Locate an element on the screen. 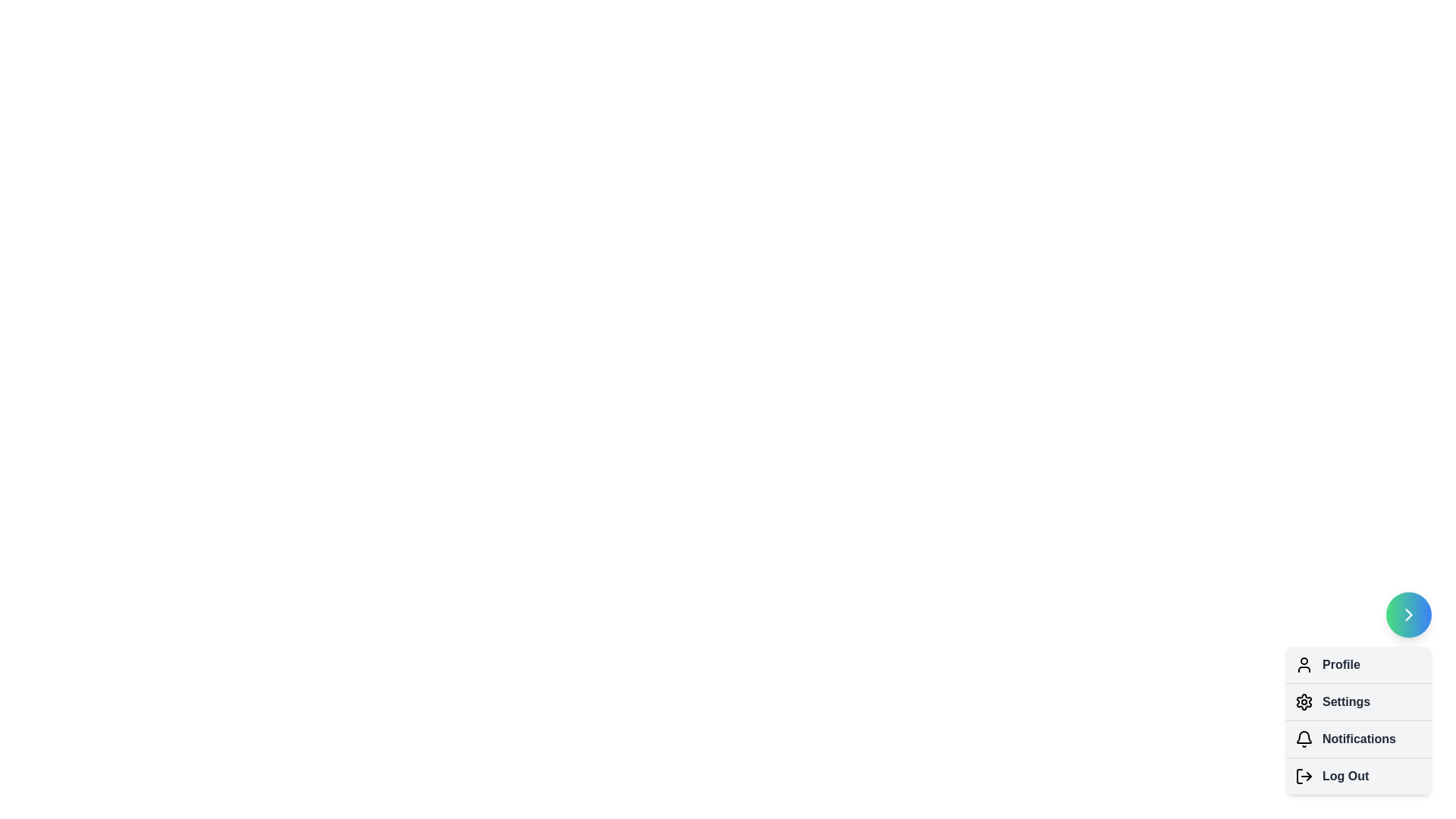 Image resolution: width=1456 pixels, height=819 pixels. the menu option Profile to trigger its associated action is located at coordinates (1303, 664).